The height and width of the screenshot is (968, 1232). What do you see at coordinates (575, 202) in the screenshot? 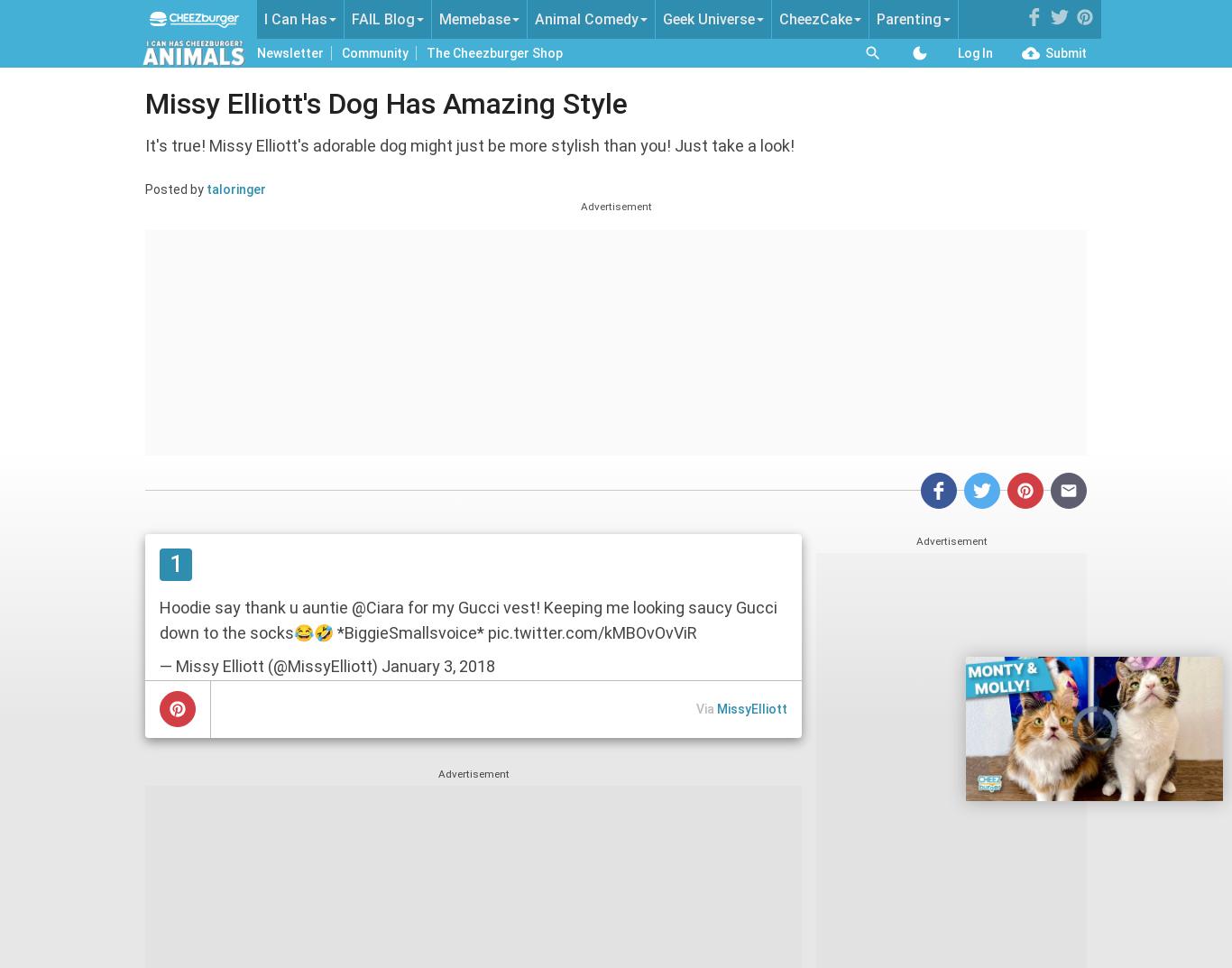
I see `'Pet Passports'` at bounding box center [575, 202].